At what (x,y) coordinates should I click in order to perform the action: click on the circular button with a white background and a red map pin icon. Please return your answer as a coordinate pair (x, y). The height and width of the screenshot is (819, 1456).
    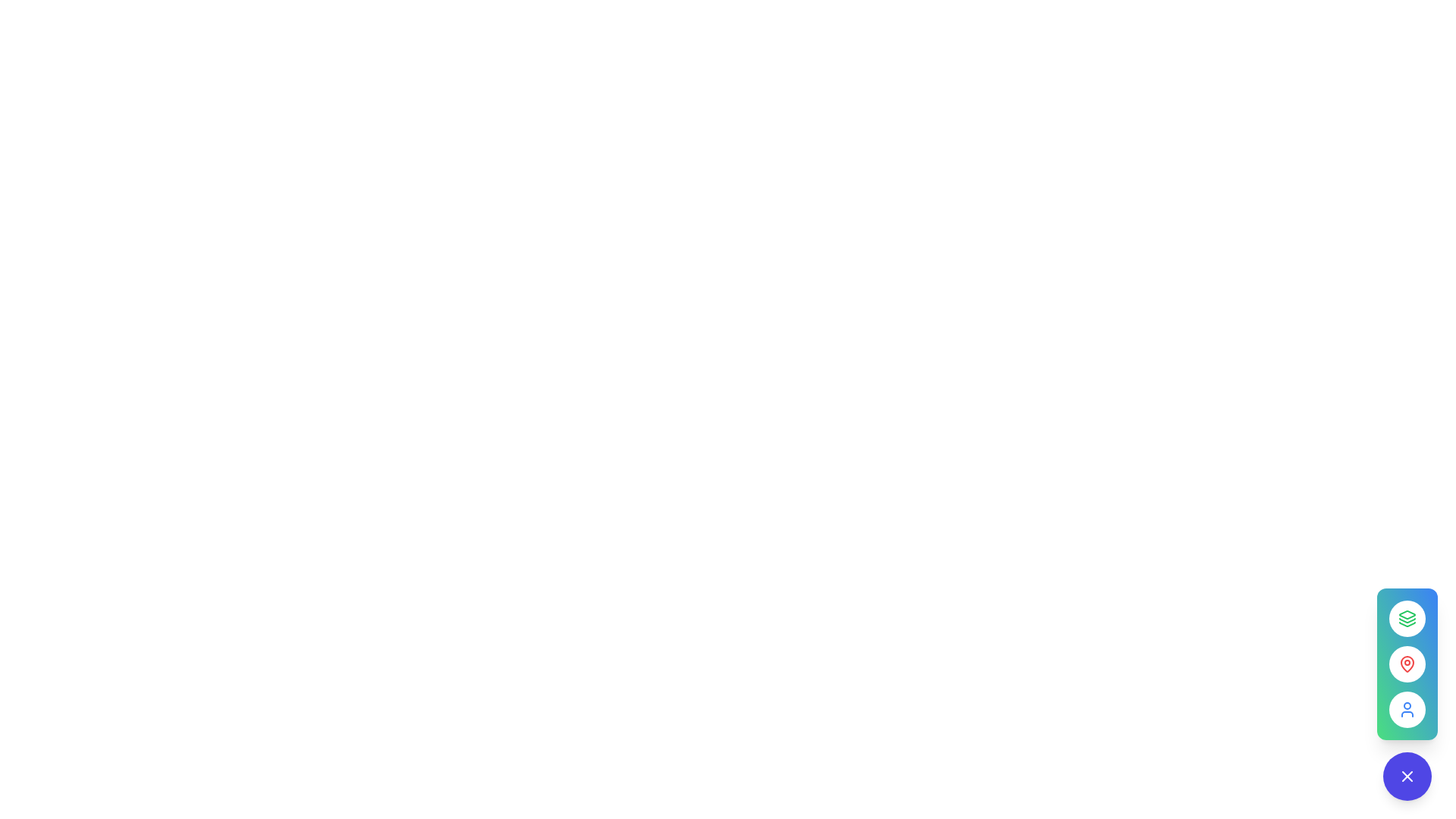
    Looking at the image, I should click on (1407, 663).